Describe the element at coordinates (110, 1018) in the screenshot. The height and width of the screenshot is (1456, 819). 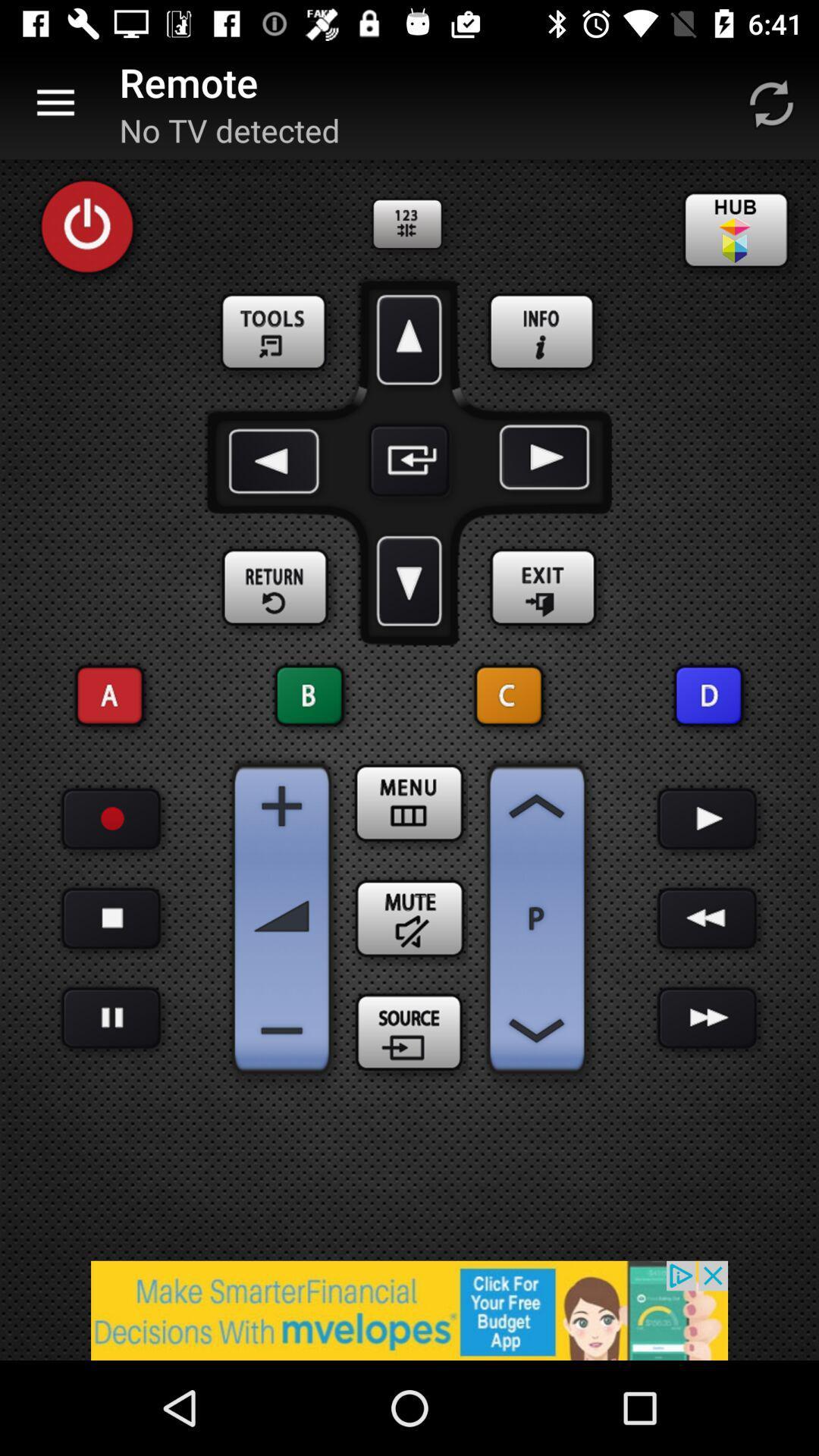
I see `play patturn` at that location.